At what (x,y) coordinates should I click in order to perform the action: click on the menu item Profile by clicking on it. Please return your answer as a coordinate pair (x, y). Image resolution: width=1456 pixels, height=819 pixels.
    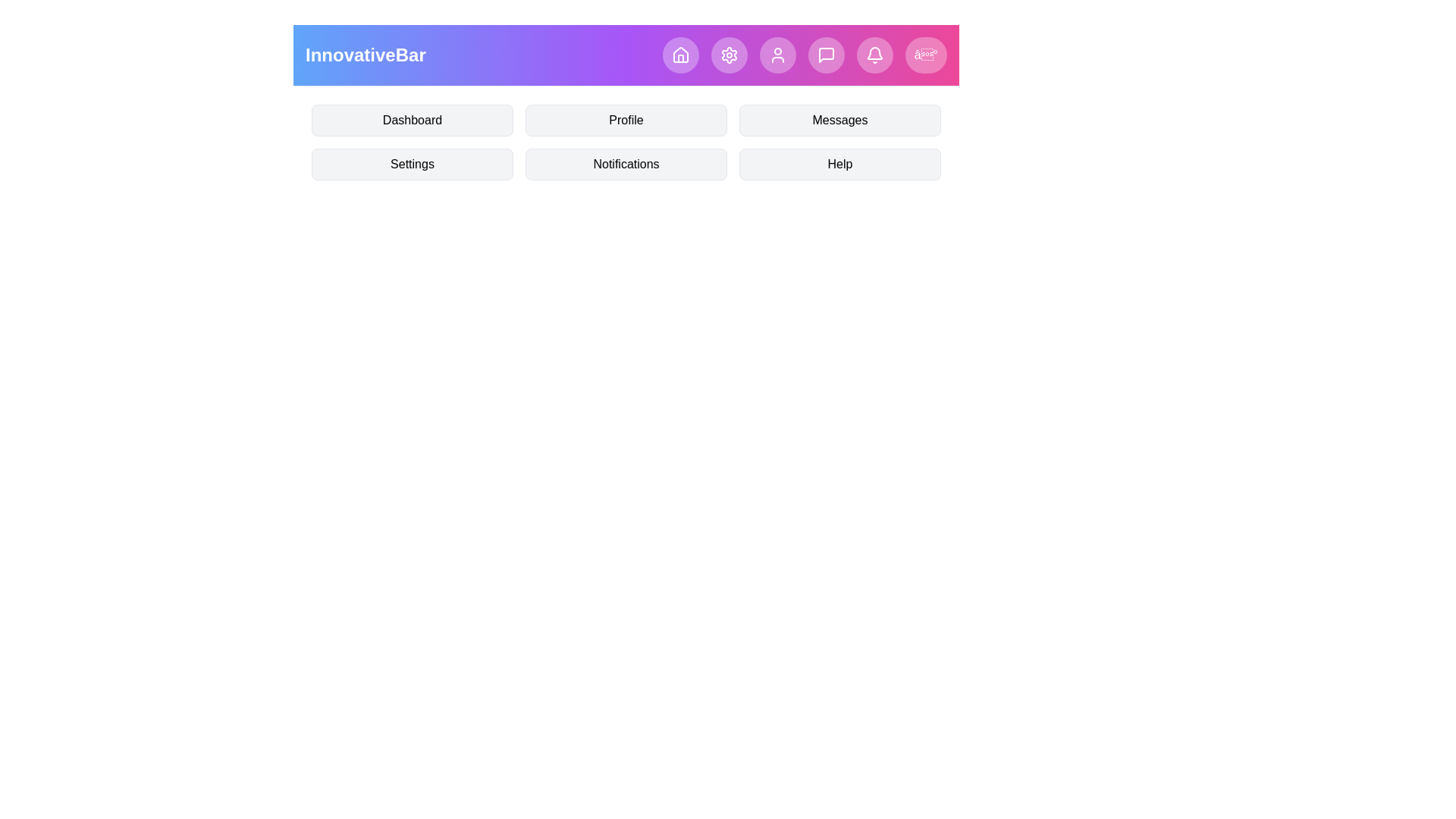
    Looking at the image, I should click on (626, 119).